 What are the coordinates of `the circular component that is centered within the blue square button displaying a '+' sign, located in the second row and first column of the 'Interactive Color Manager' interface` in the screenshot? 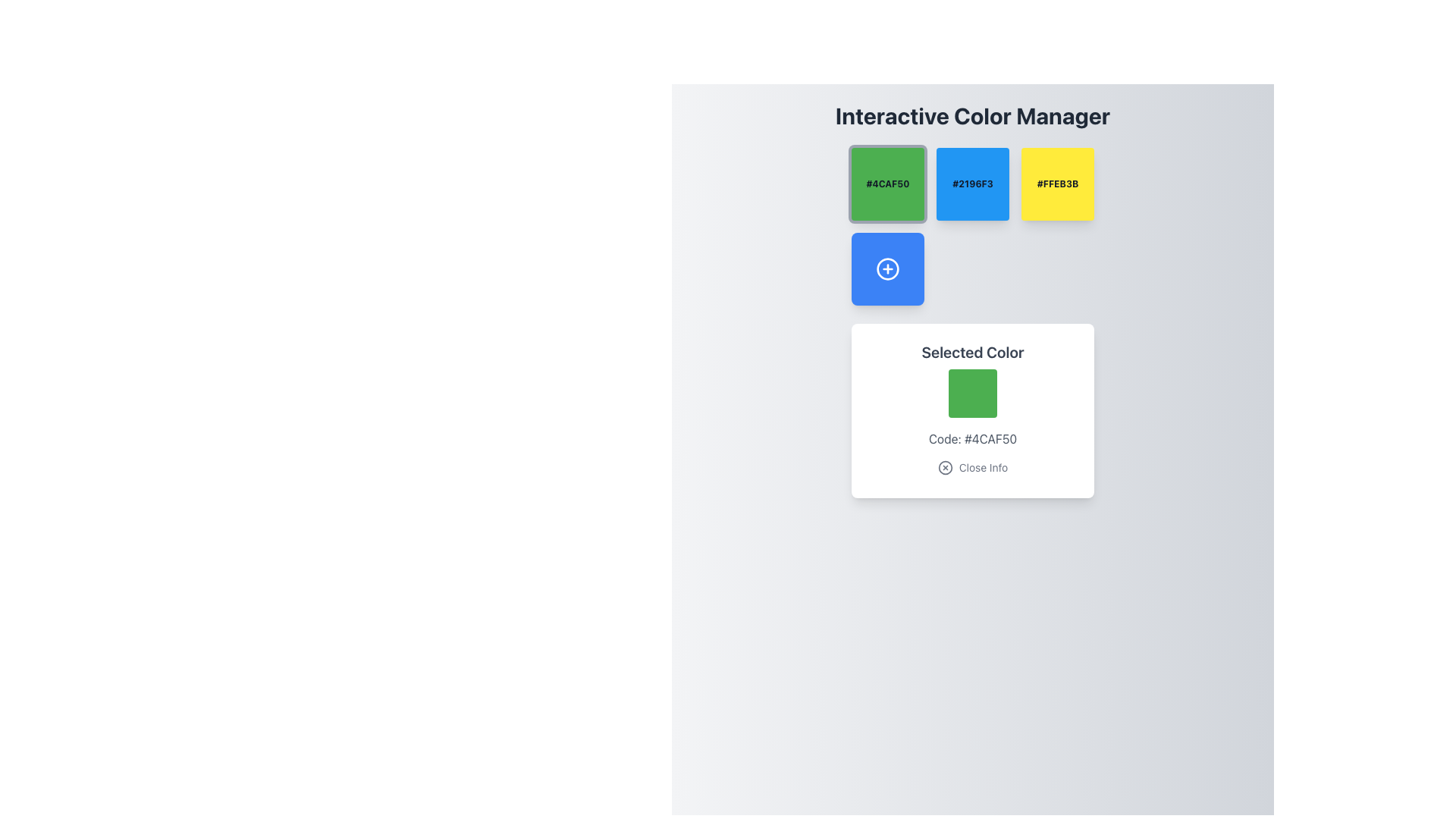 It's located at (888, 268).